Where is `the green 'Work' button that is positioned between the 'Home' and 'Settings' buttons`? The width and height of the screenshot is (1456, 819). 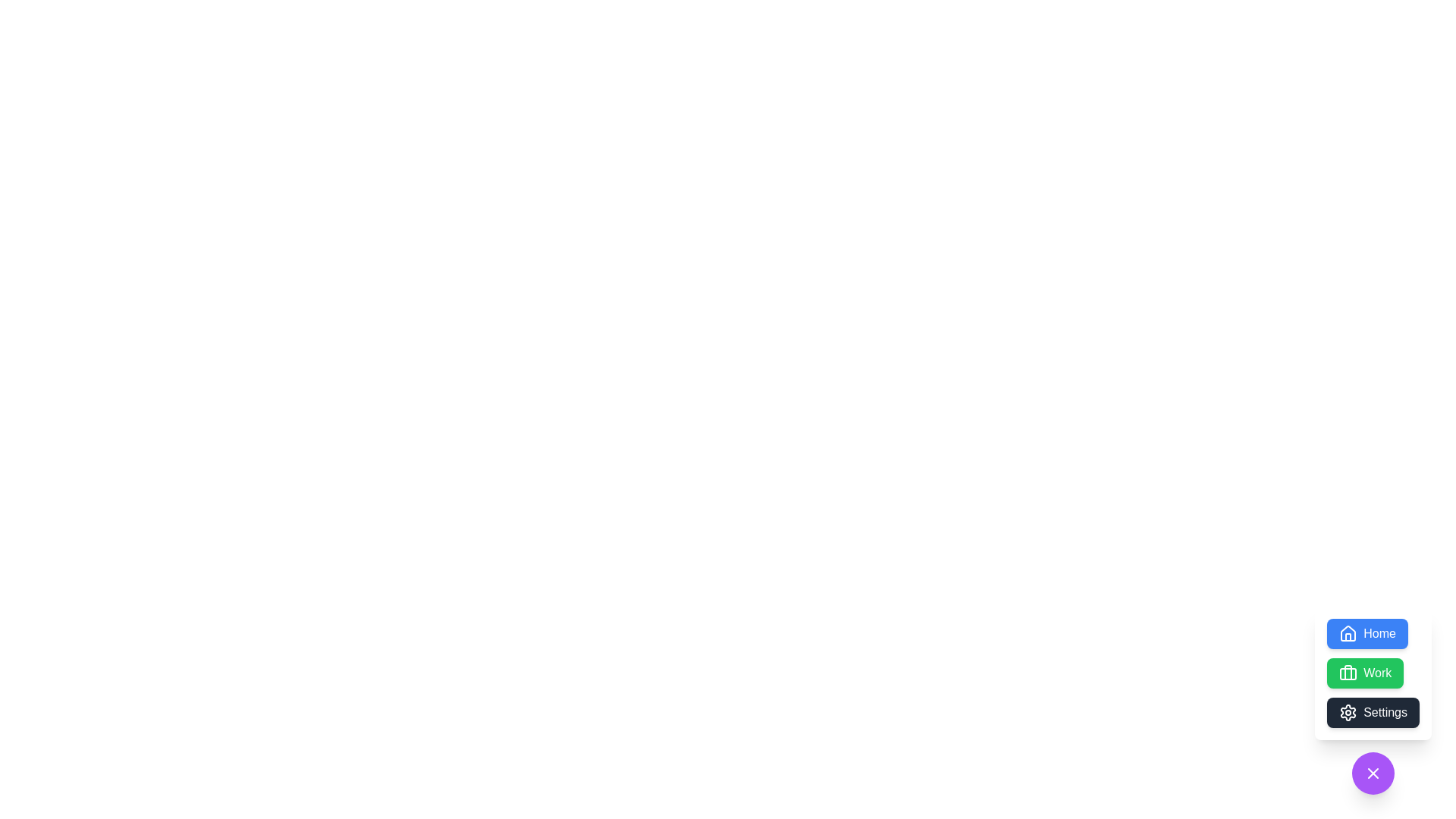 the green 'Work' button that is positioned between the 'Home' and 'Settings' buttons is located at coordinates (1365, 672).